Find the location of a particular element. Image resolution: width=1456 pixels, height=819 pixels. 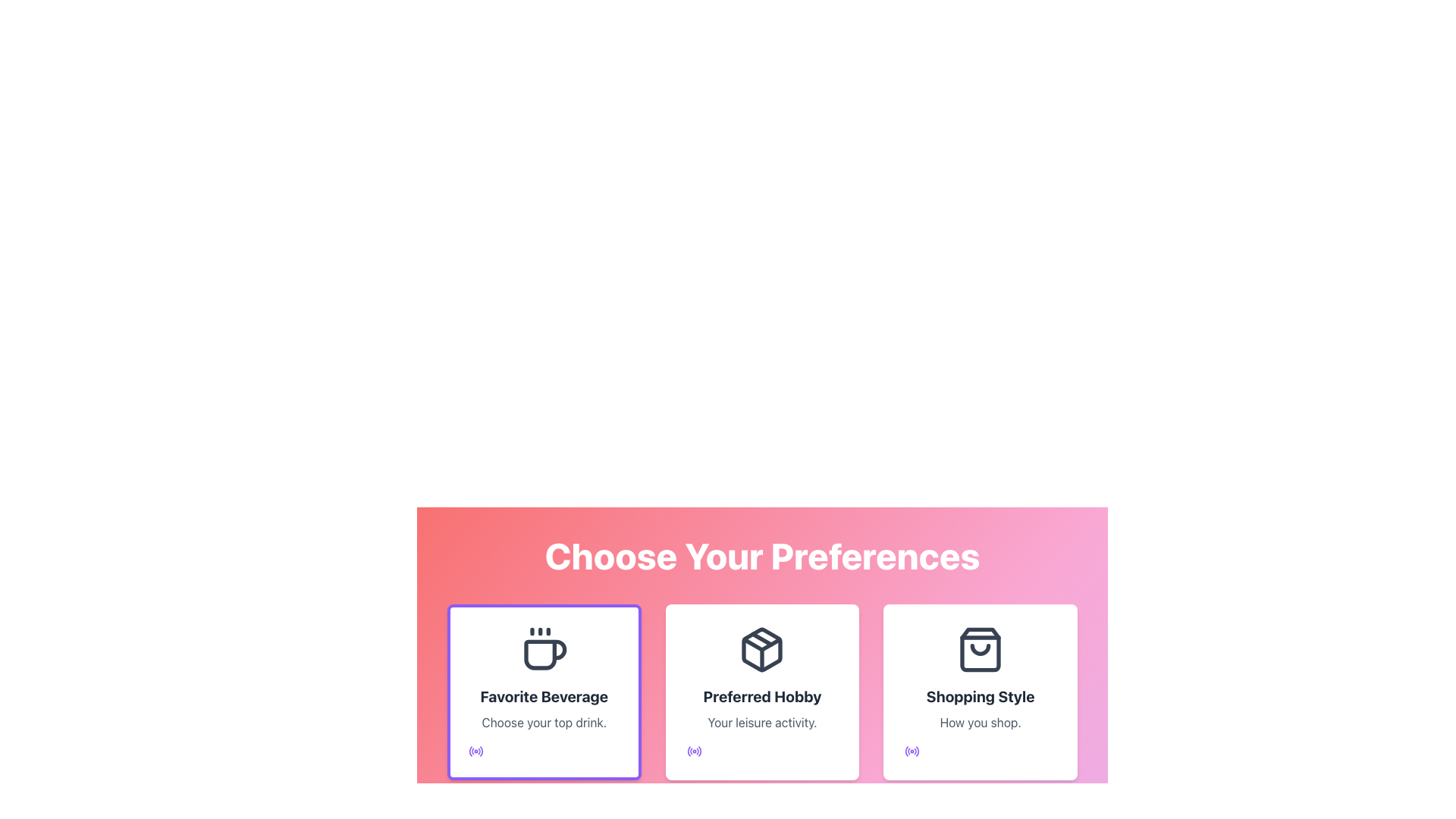

the radio button icon located in the bottom-right part of the 'Shopping Style' card to indicate a preference or choice is located at coordinates (912, 752).